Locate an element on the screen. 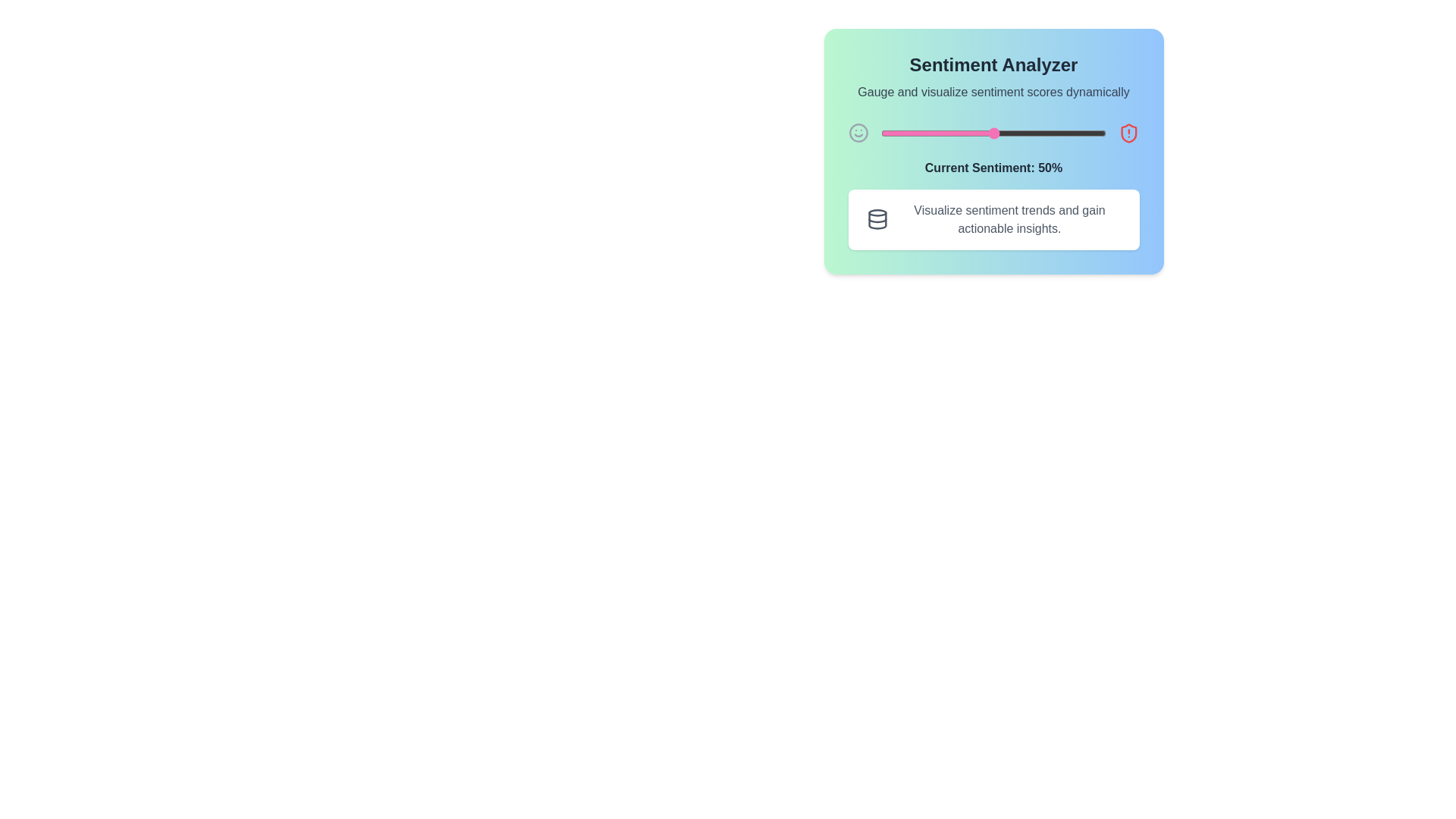 The width and height of the screenshot is (1456, 819). the smiley face icon is located at coordinates (858, 133).